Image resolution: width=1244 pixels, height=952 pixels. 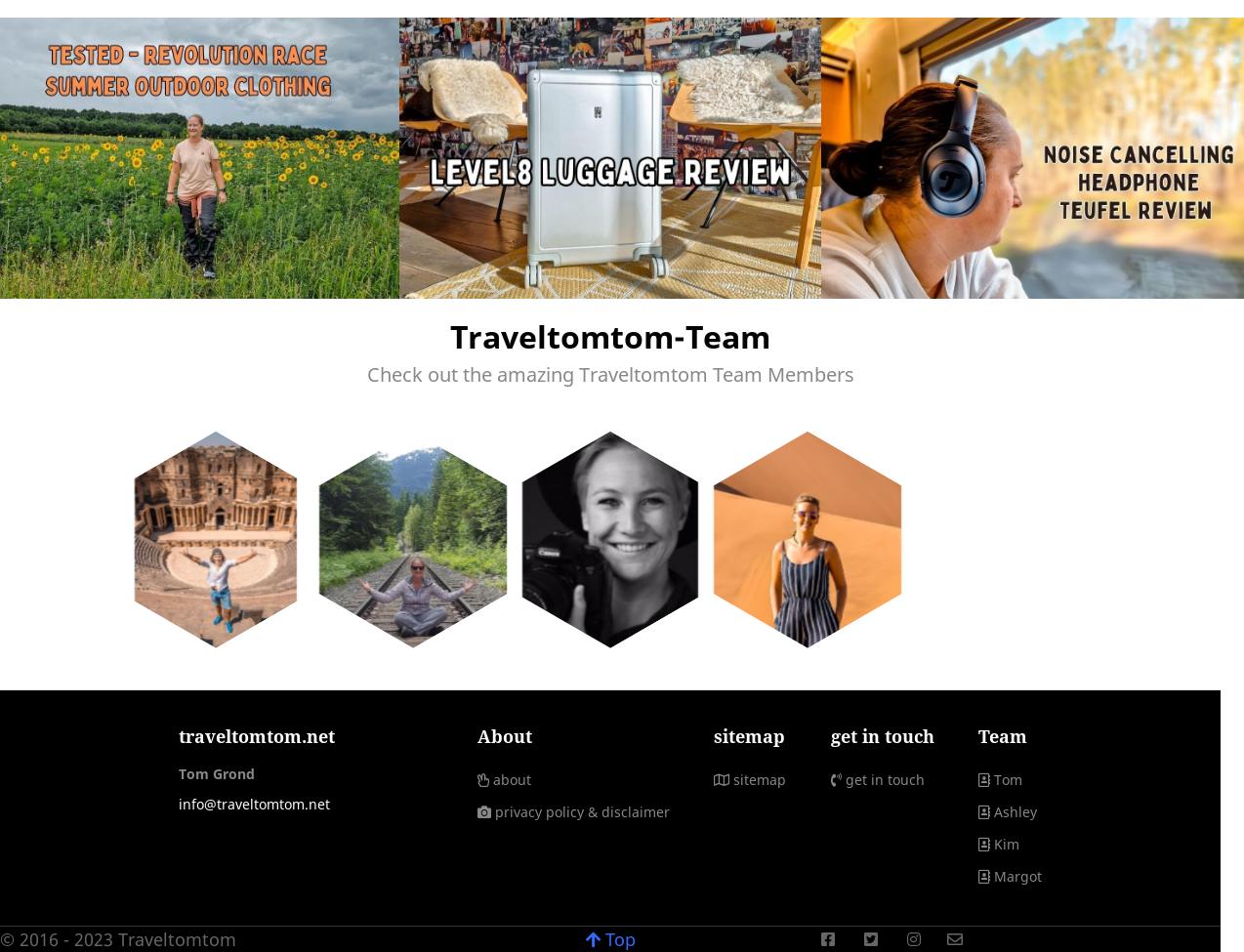 What do you see at coordinates (616, 936) in the screenshot?
I see `'Top'` at bounding box center [616, 936].